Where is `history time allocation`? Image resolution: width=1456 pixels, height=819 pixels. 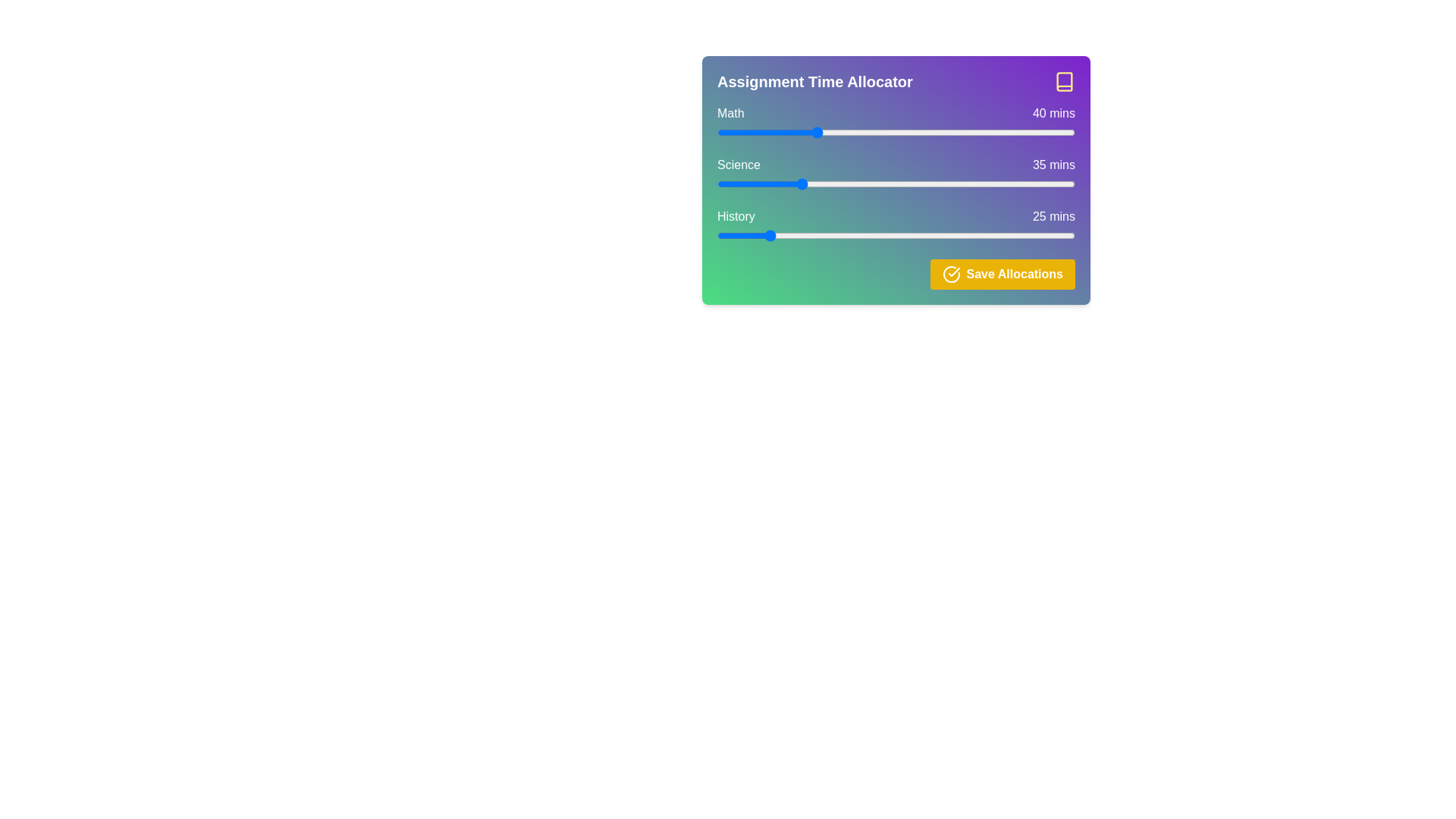
history time allocation is located at coordinates (759, 236).